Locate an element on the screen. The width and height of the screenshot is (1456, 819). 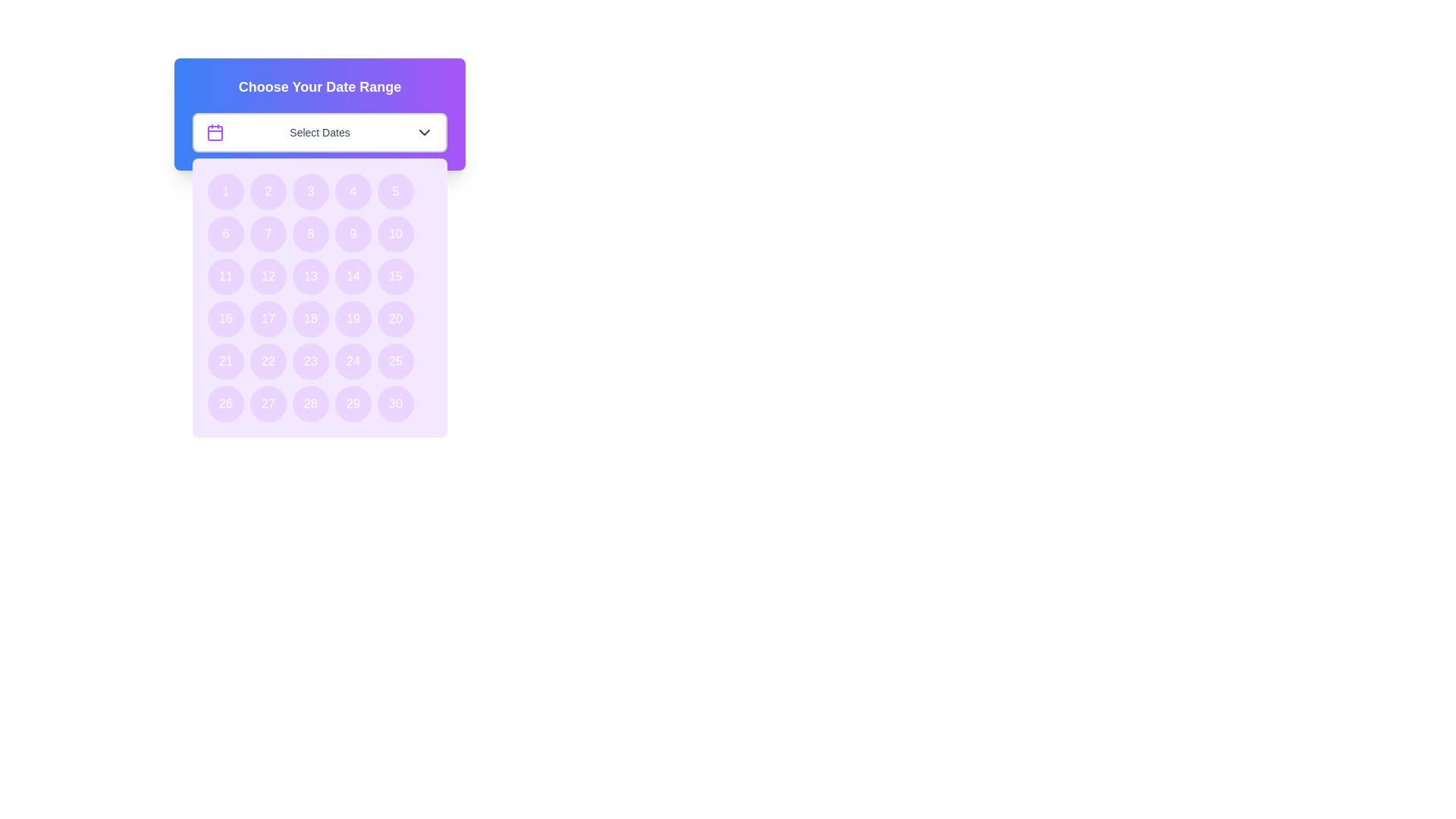
the 20th button in the date selector grid is located at coordinates (396, 318).